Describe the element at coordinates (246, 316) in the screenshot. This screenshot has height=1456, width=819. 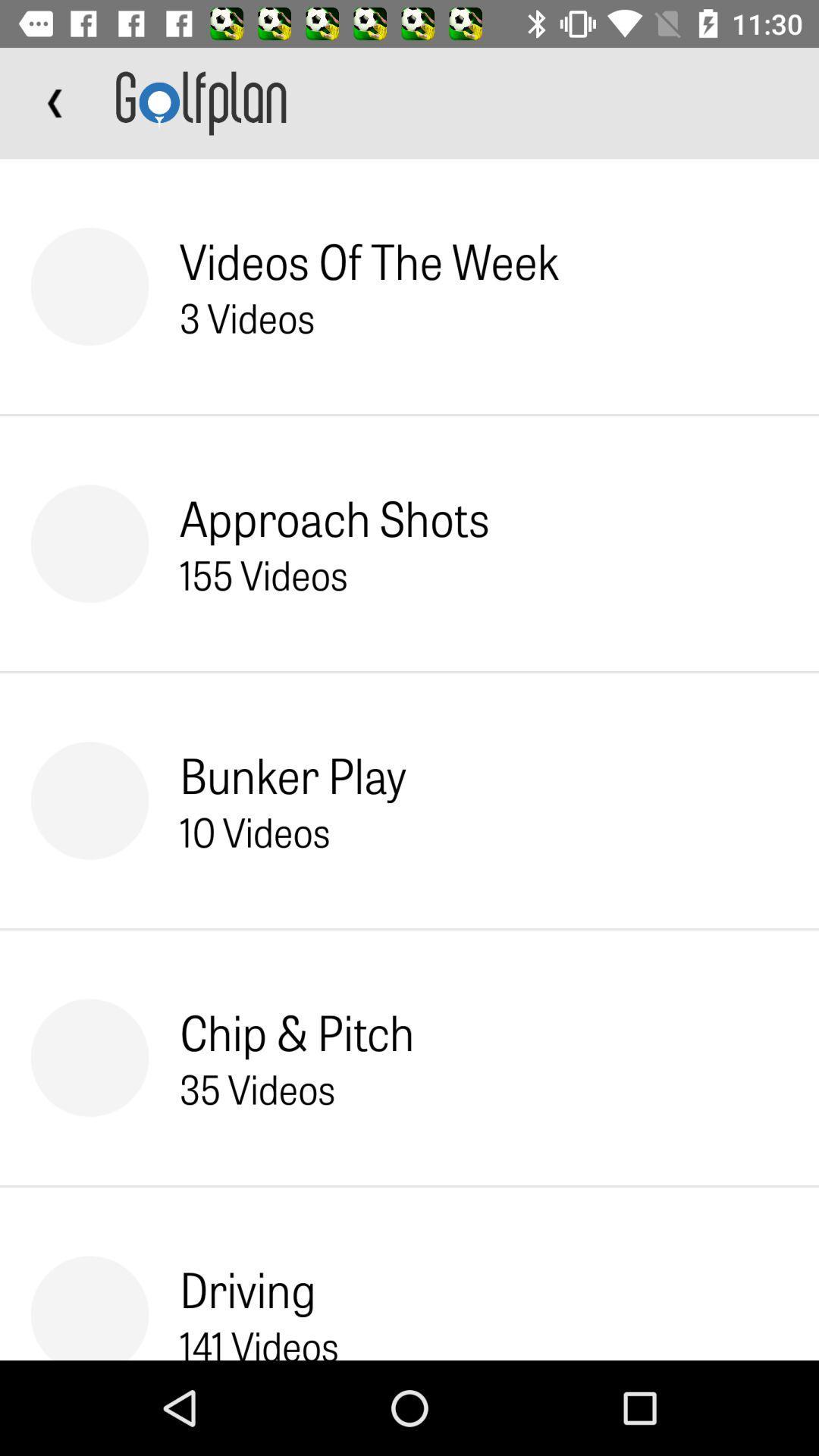
I see `icon above approach shots item` at that location.